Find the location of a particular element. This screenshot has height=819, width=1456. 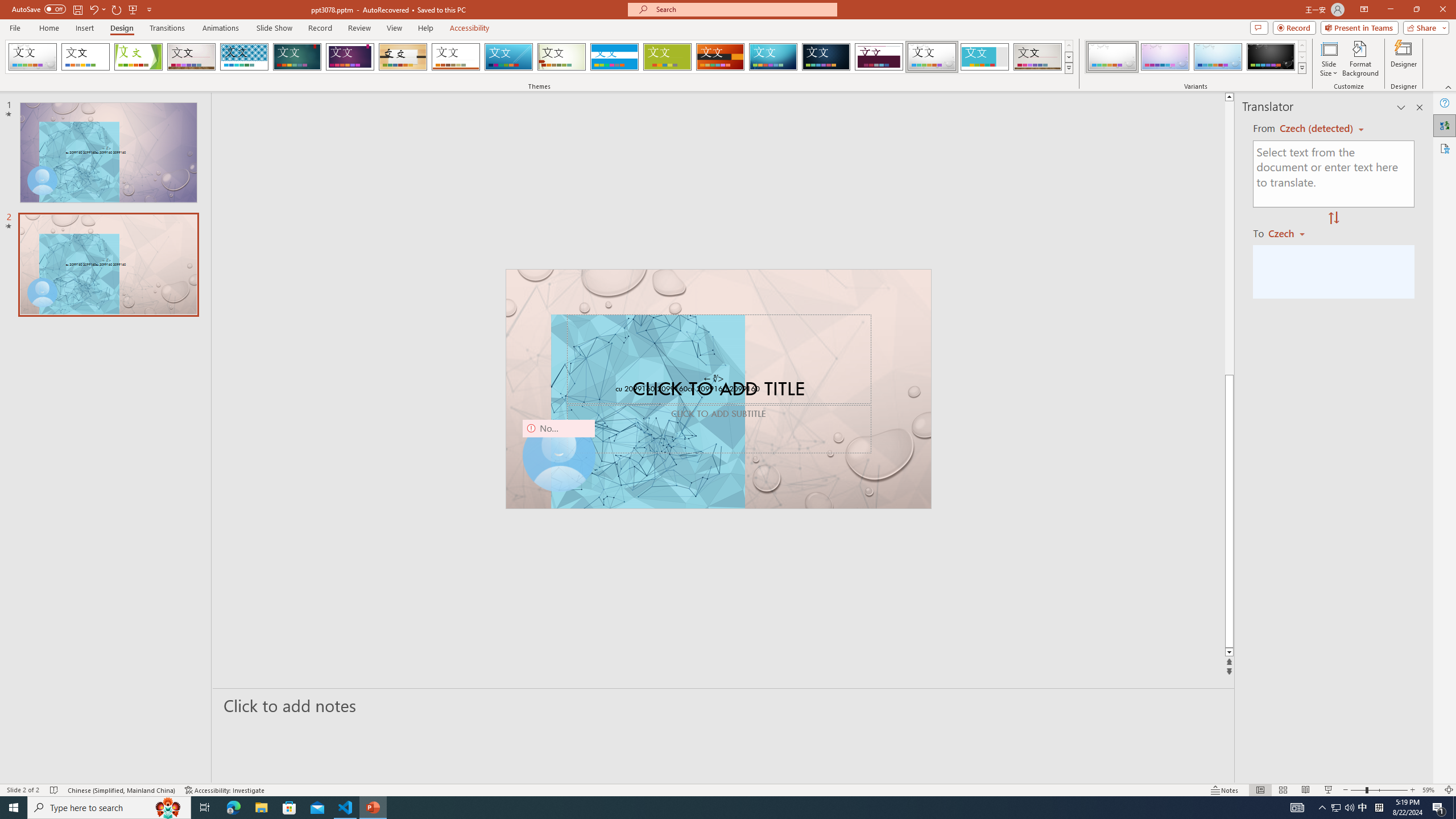

'Slide Size' is located at coordinates (1329, 59).